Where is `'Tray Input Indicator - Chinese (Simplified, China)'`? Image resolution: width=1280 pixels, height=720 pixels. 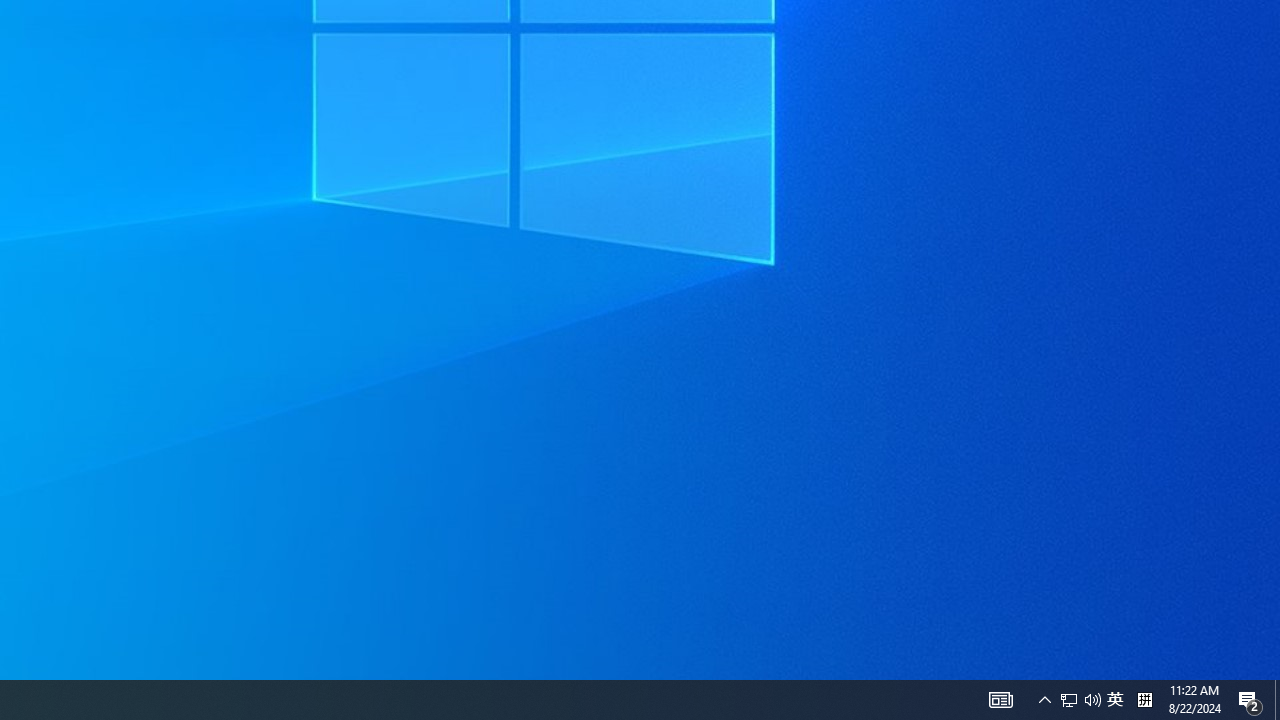
'Tray Input Indicator - Chinese (Simplified, China)' is located at coordinates (1079, 698).